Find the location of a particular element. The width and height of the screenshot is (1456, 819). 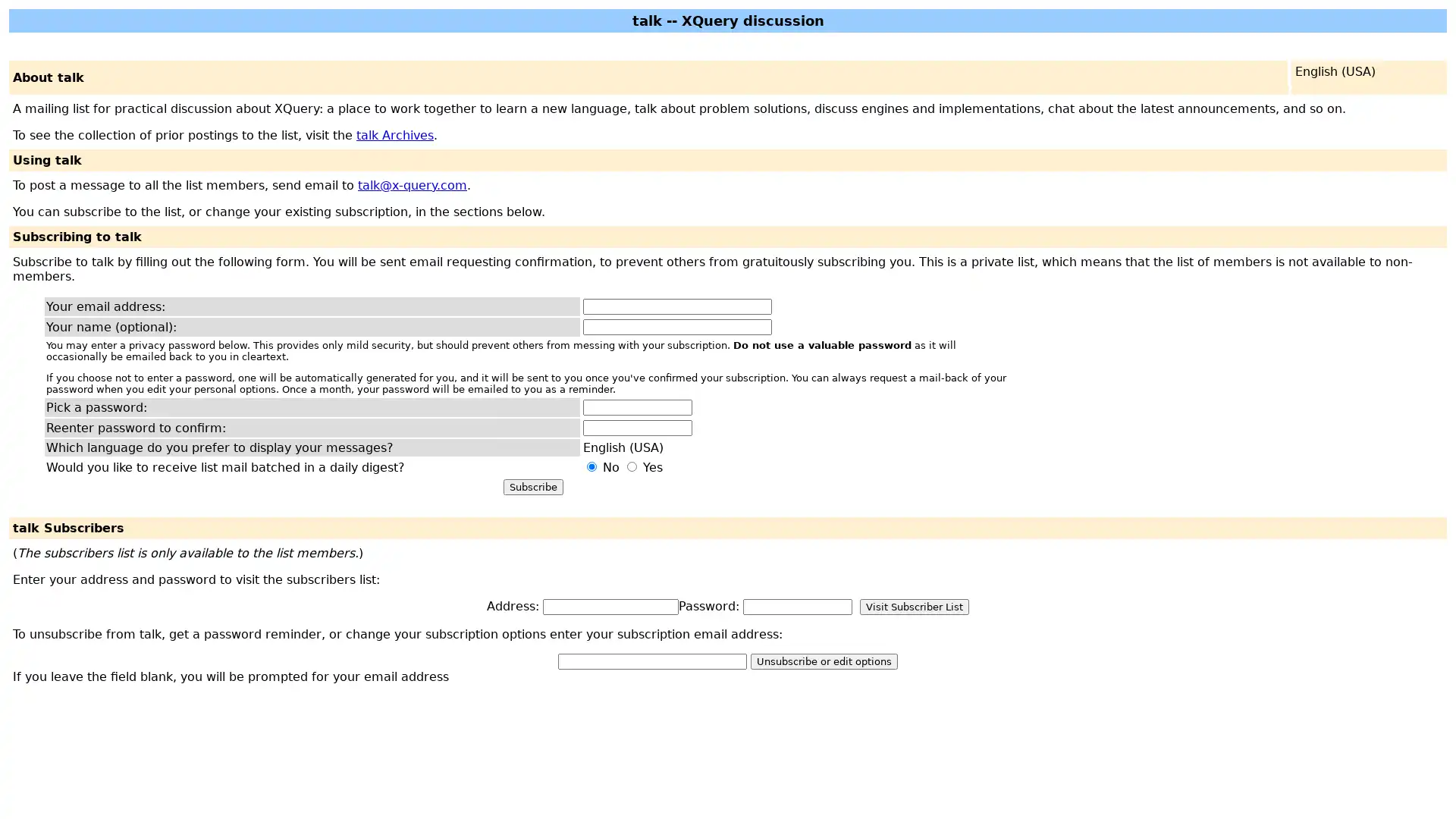

Unsubscribe or edit options is located at coordinates (823, 661).